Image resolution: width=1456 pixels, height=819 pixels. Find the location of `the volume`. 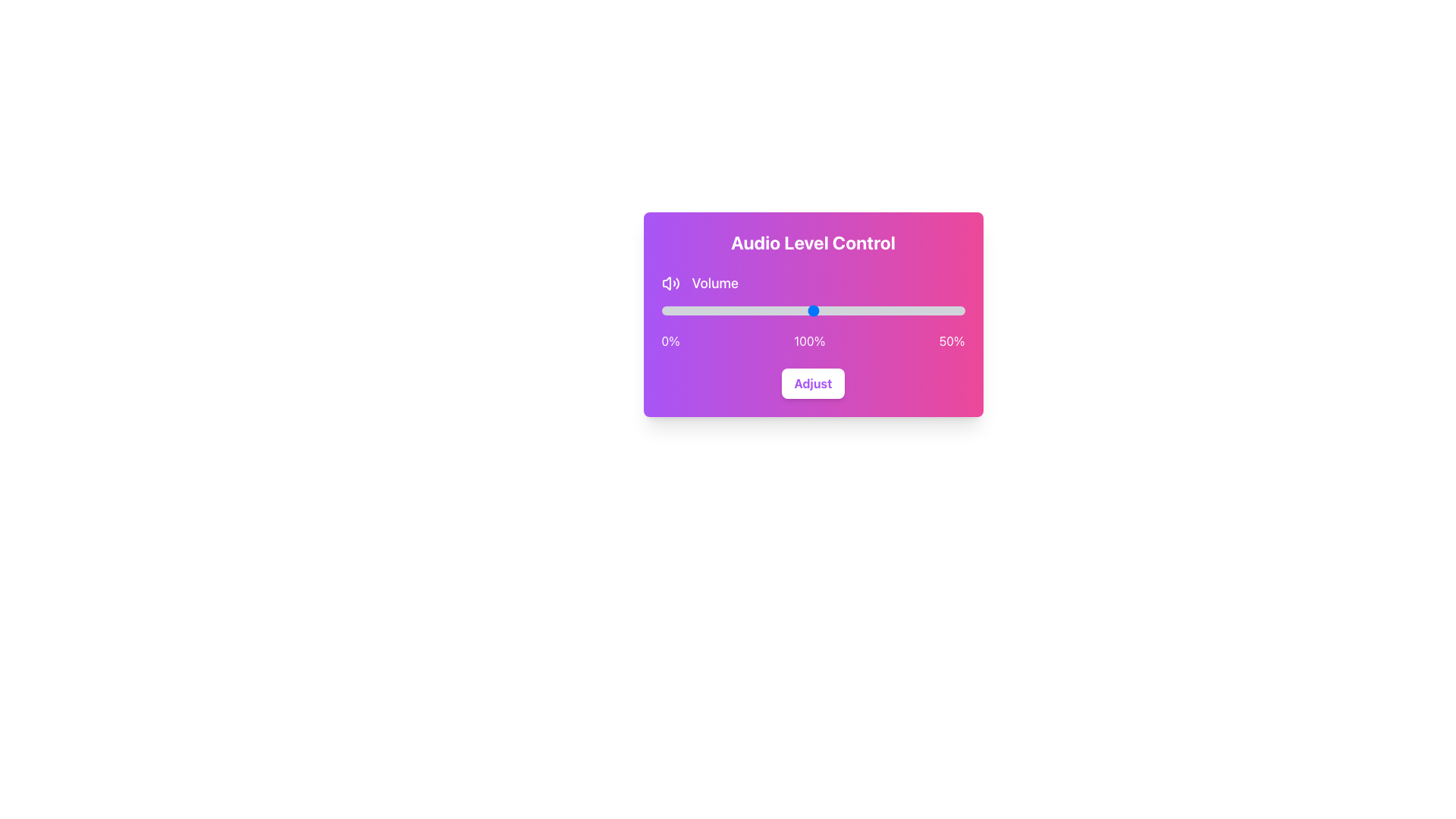

the volume is located at coordinates (827, 309).